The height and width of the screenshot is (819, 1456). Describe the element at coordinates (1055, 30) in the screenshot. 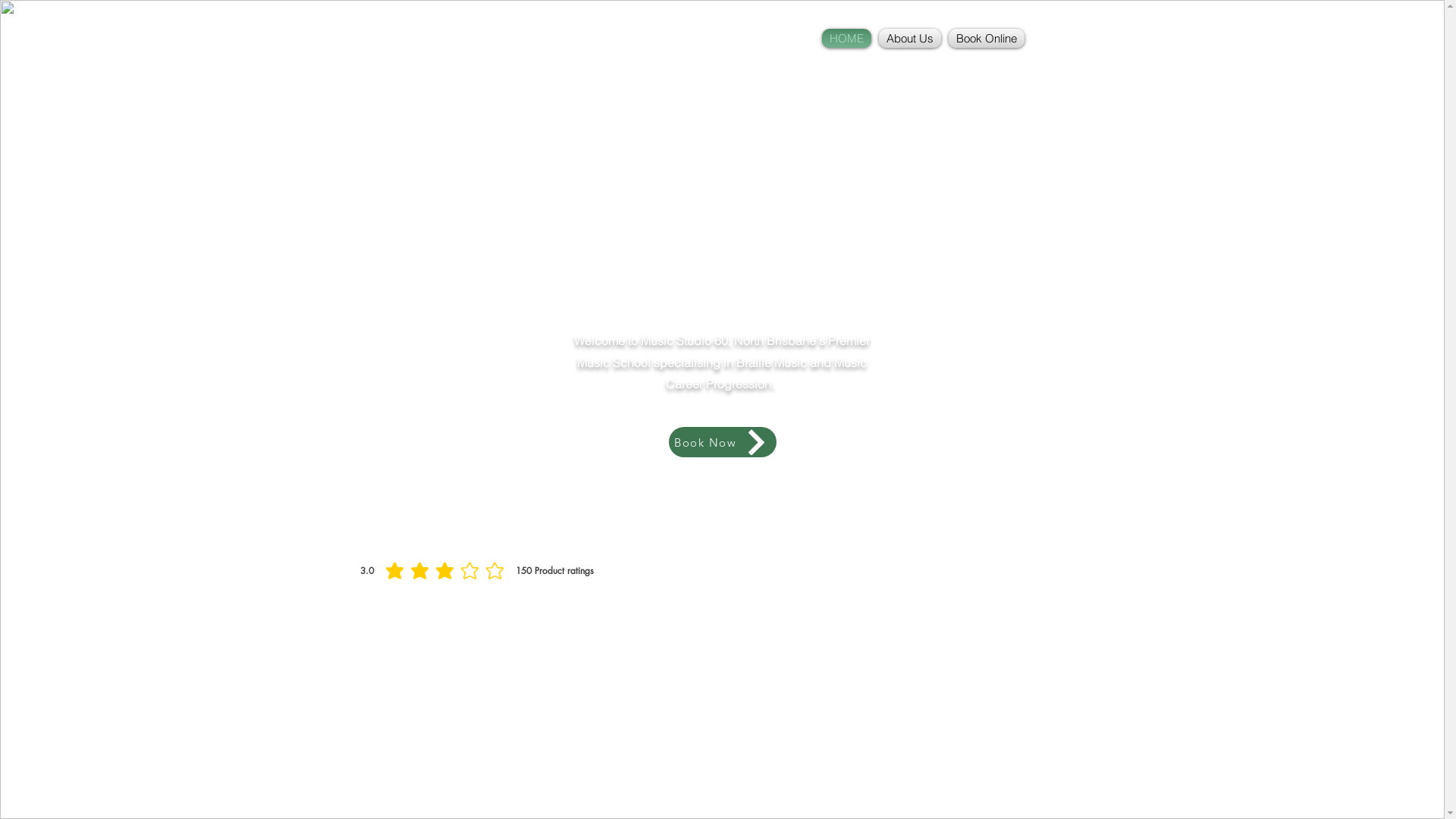

I see `'Log In'` at that location.